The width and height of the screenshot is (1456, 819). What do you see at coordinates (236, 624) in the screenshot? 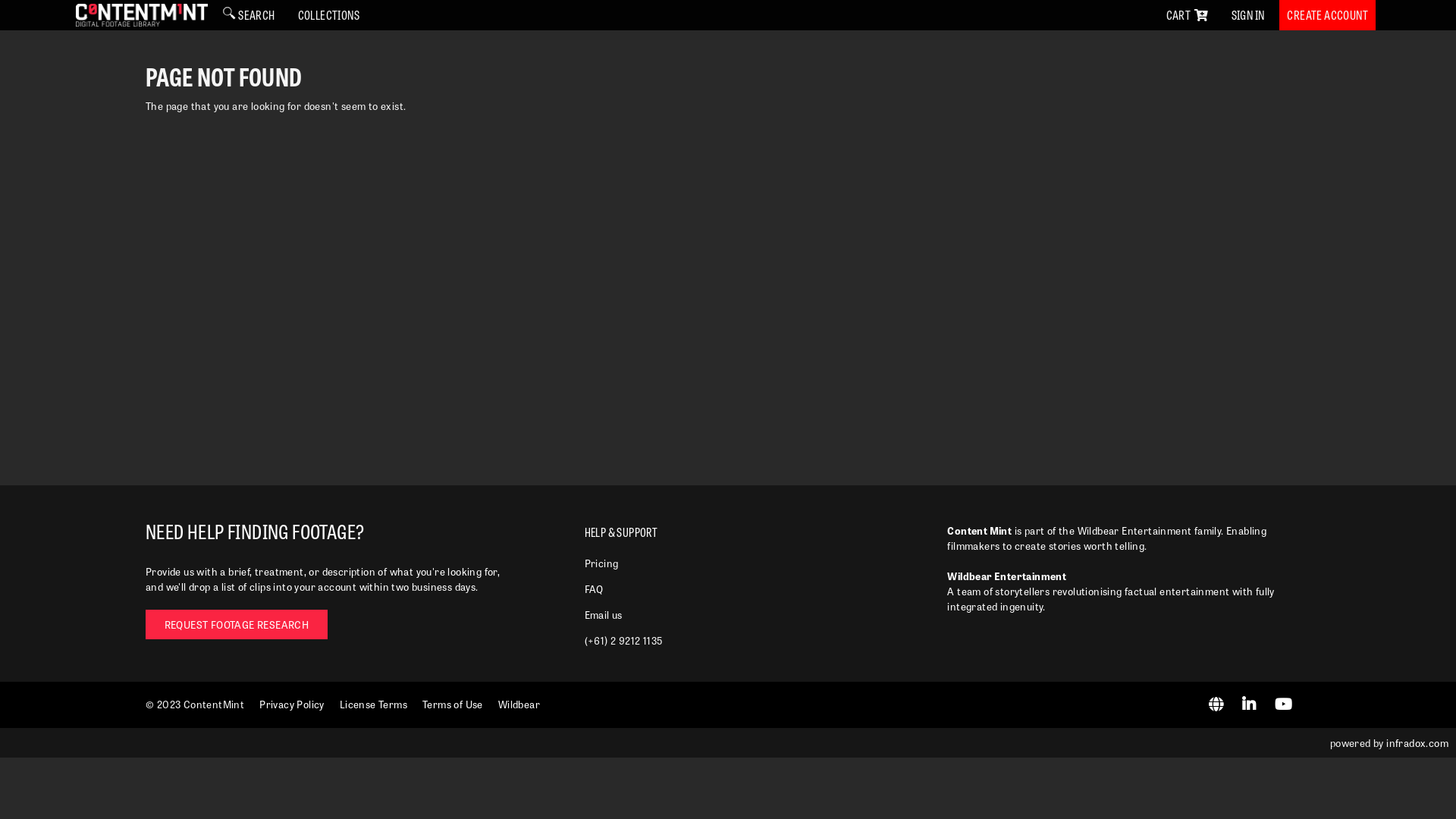
I see `'REQUEST FOOTAGE RESEARCH'` at bounding box center [236, 624].